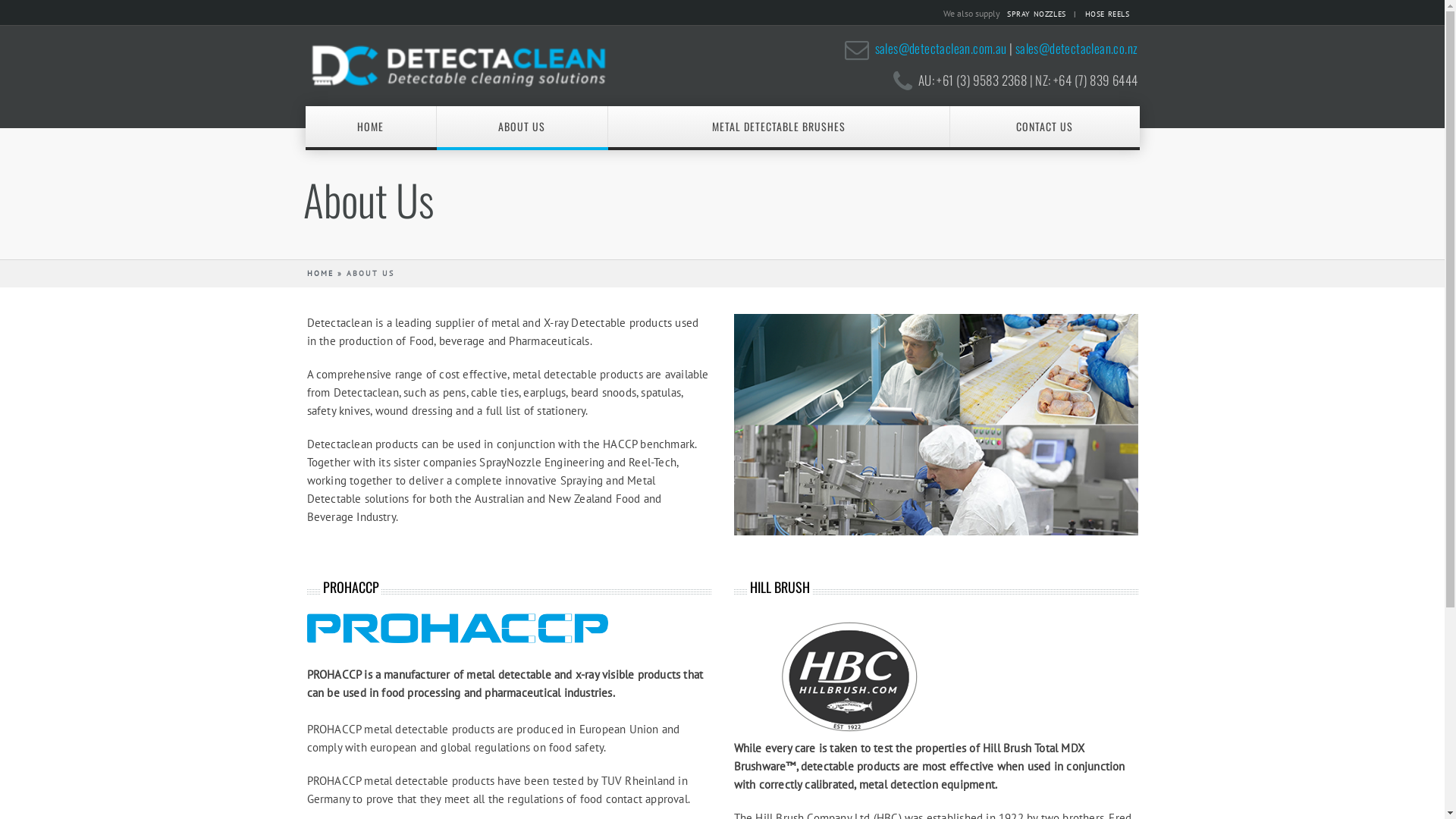  Describe the element at coordinates (1040, 14) in the screenshot. I see `'SPRAY NOZZLES'` at that location.